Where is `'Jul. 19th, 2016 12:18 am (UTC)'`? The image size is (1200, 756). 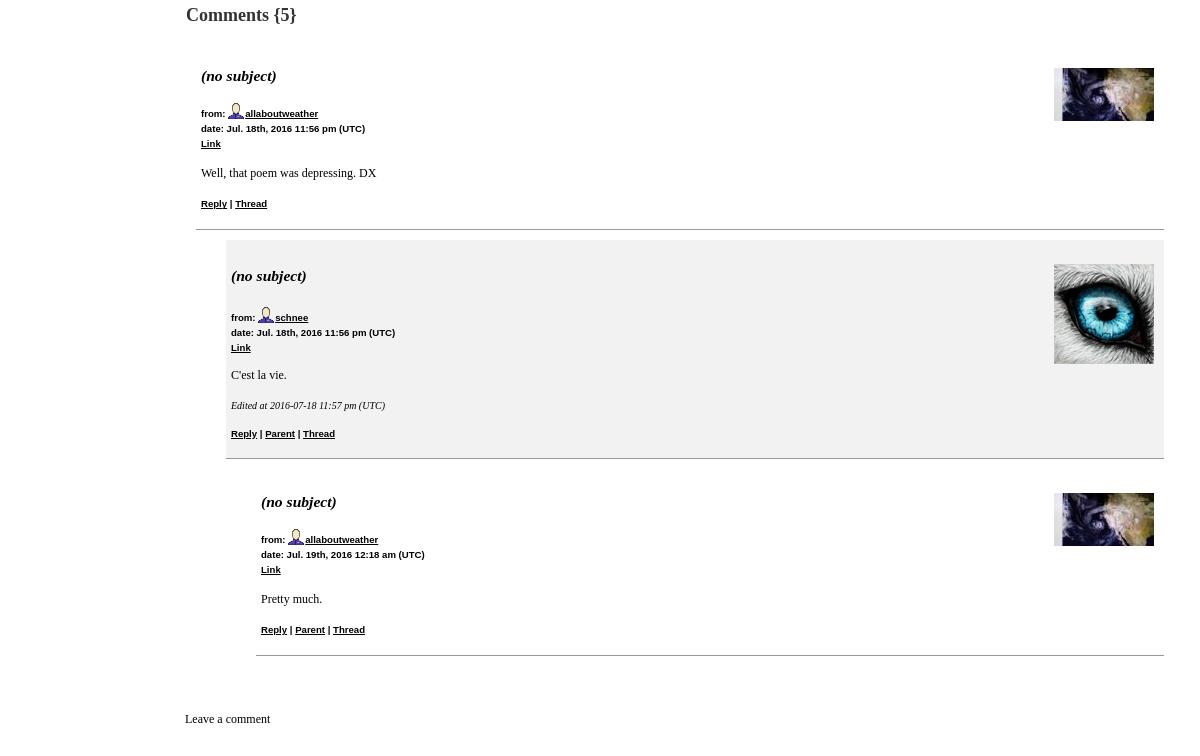 'Jul. 19th, 2016 12:18 am (UTC)' is located at coordinates (354, 554).